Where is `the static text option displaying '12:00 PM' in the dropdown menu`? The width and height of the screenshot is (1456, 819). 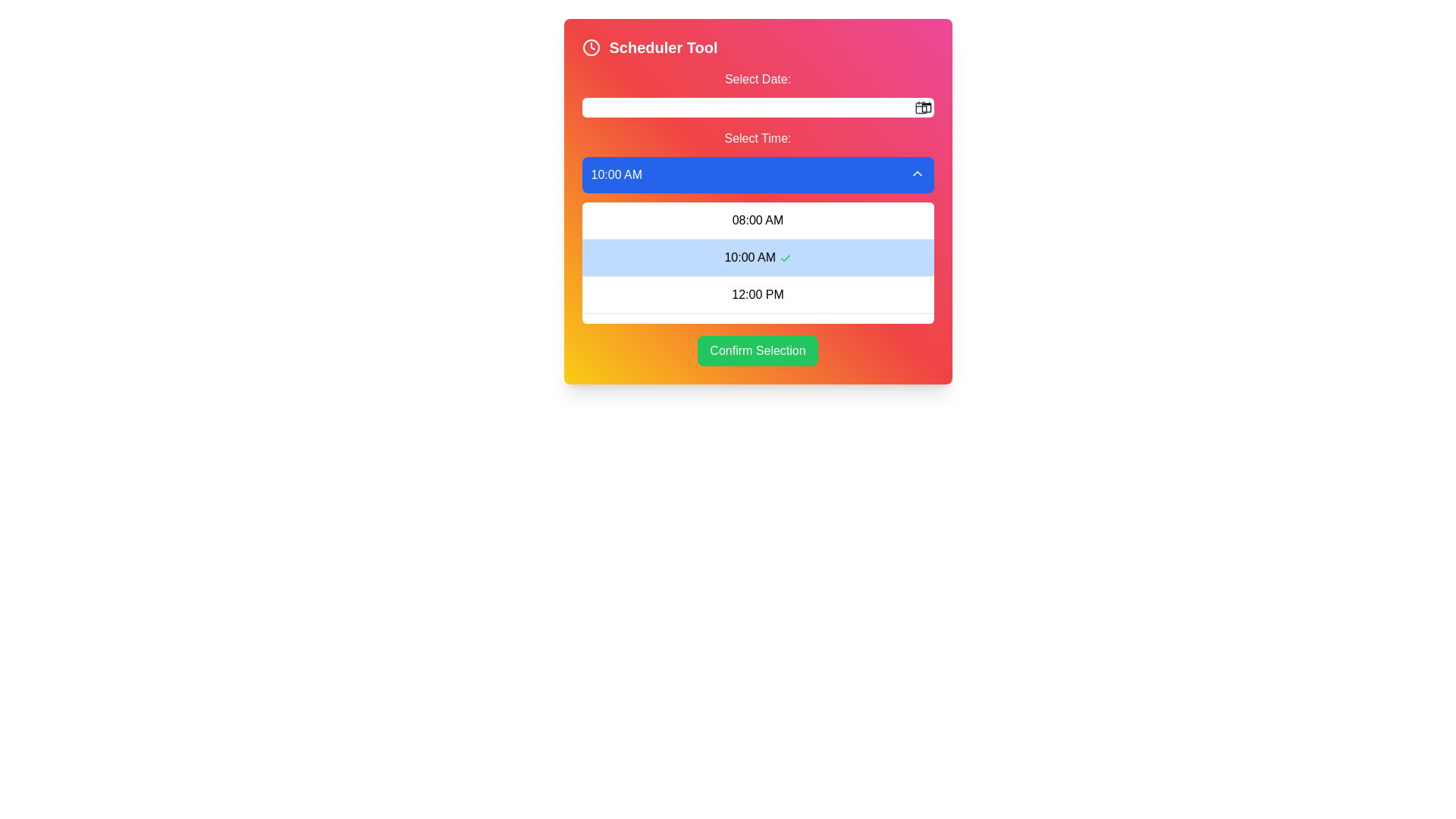 the static text option displaying '12:00 PM' in the dropdown menu is located at coordinates (758, 294).